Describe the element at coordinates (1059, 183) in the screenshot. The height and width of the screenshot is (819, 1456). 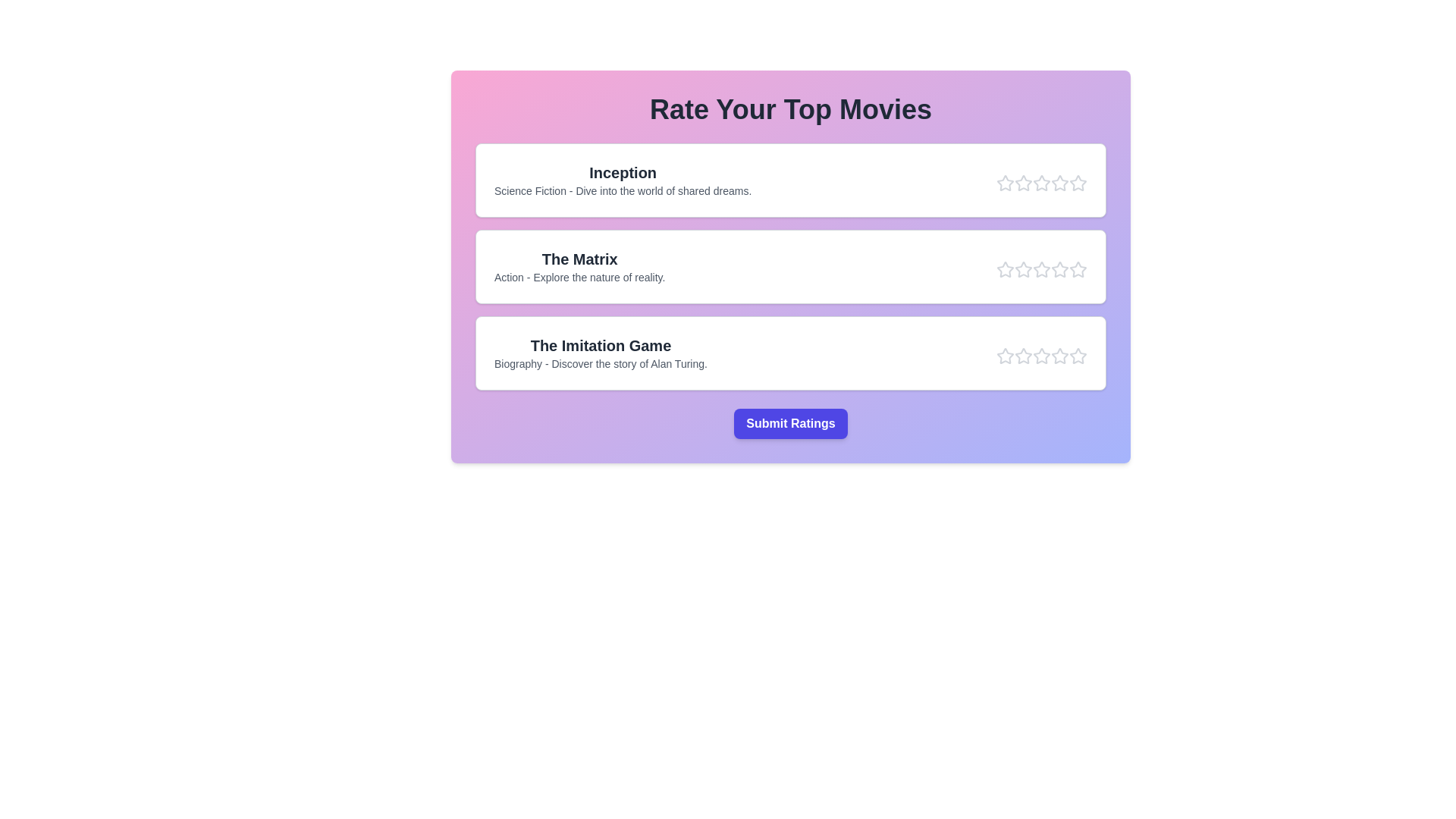
I see `the star corresponding to the rating 4 for the movie Inception` at that location.